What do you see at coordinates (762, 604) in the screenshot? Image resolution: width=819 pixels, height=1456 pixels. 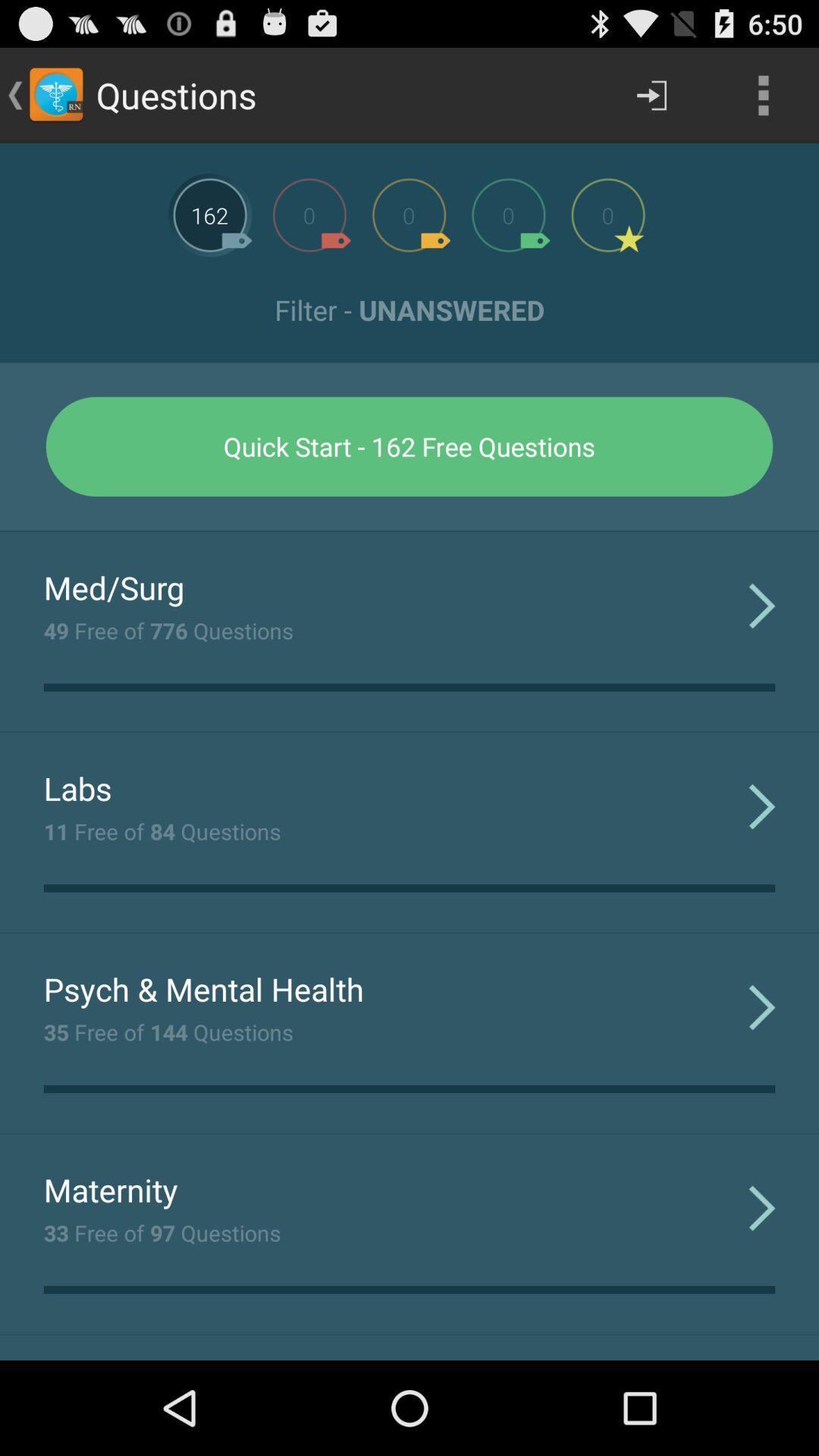 I see `item to the right of 49 free of item` at bounding box center [762, 604].